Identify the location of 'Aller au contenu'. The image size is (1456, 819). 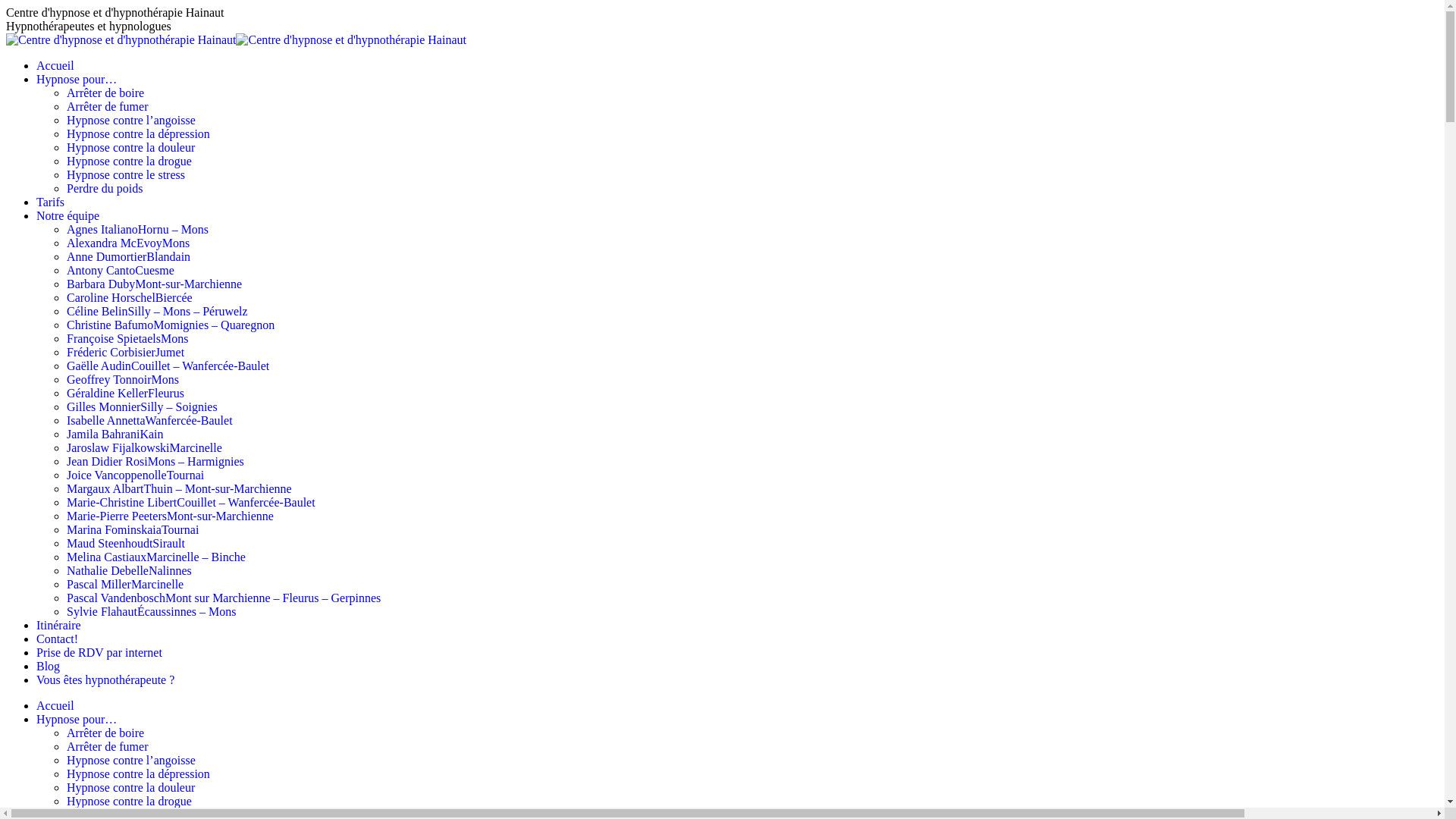
(5, 5).